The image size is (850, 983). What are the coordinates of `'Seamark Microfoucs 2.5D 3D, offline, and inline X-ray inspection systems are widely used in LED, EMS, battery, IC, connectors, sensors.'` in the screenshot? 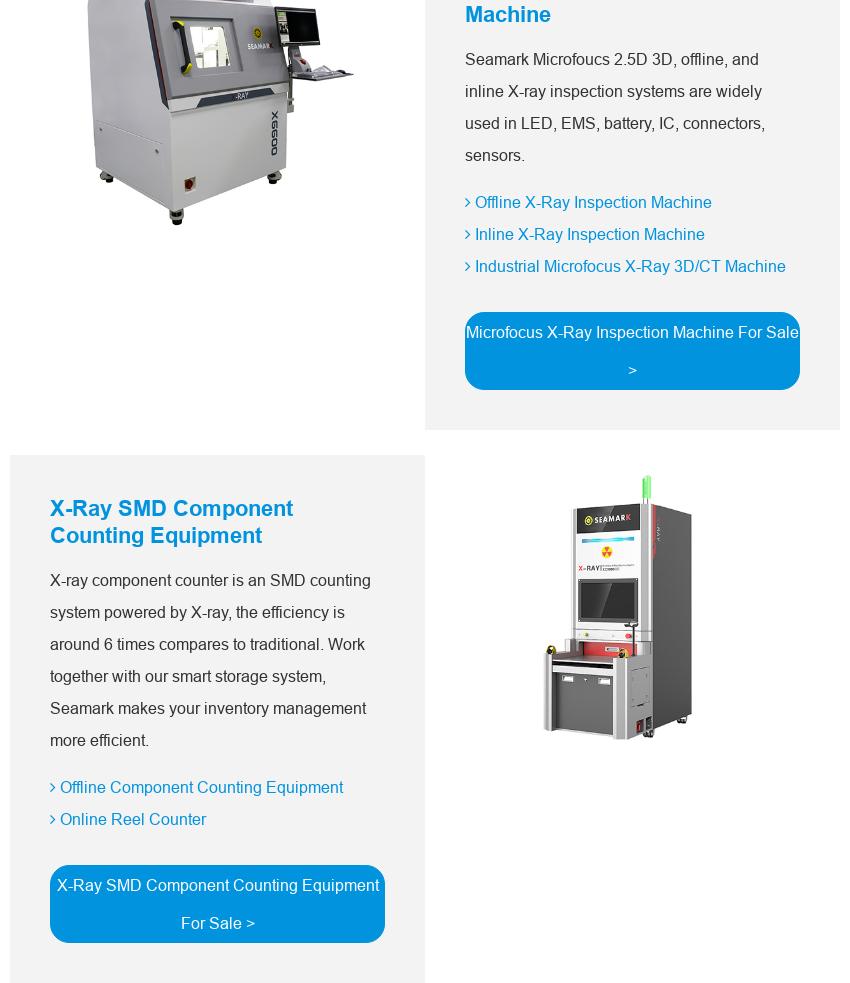 It's located at (613, 106).